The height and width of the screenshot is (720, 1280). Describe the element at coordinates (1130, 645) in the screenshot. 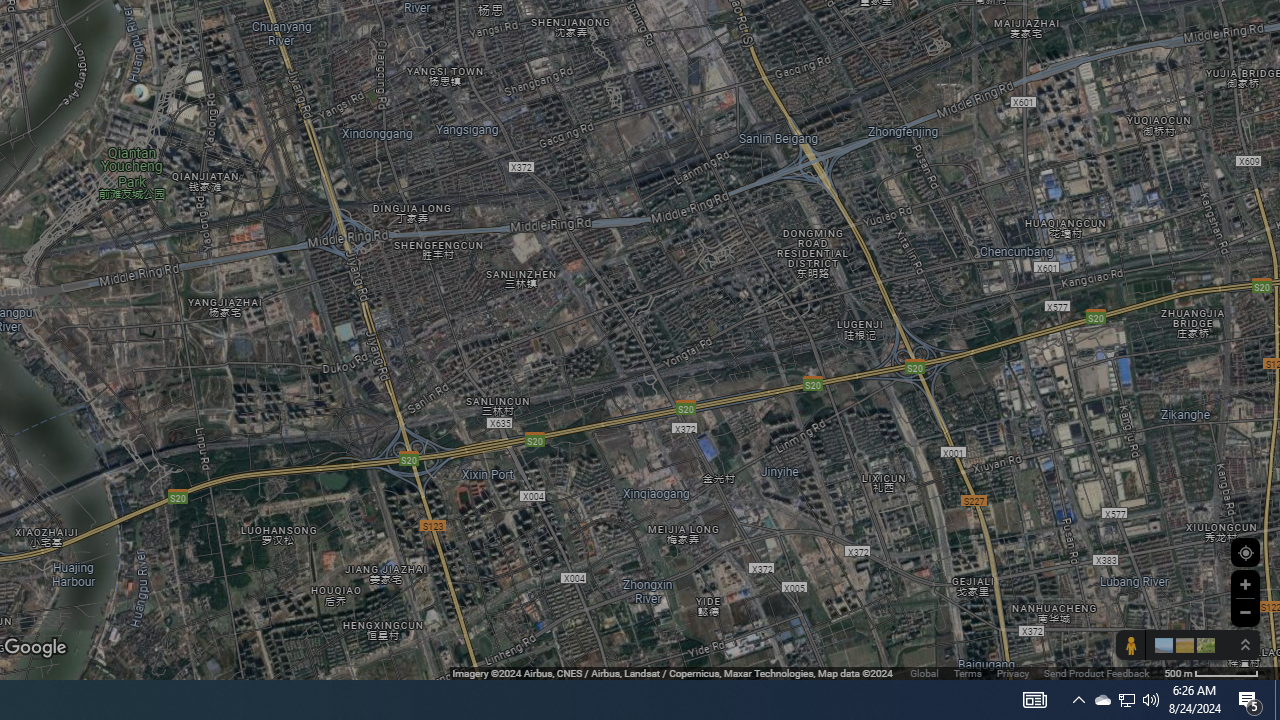

I see `'Show Street View coverage'` at that location.